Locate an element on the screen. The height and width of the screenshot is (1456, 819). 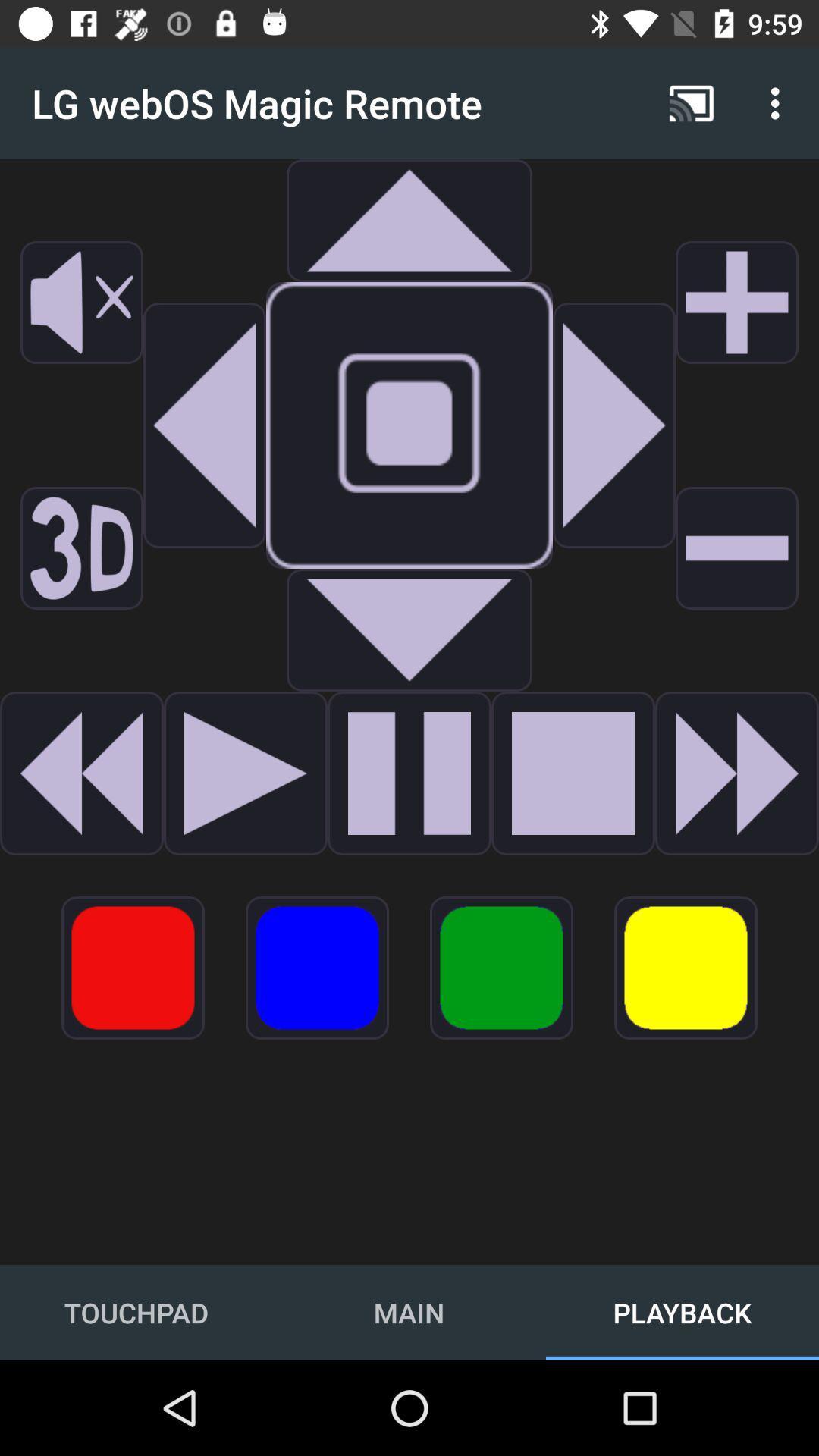
fast forward is located at coordinates (736, 773).